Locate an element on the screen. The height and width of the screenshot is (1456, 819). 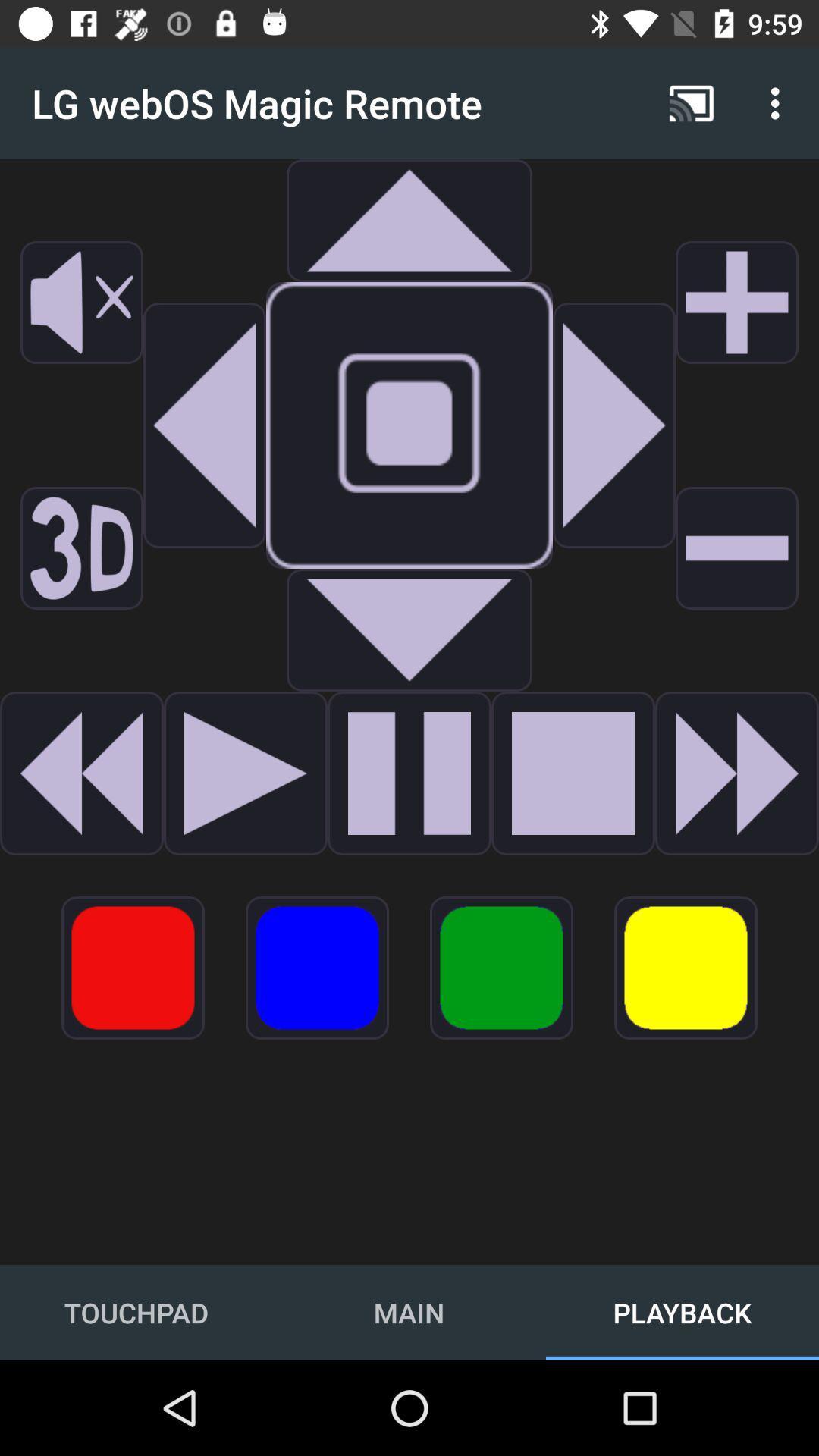
fast forward is located at coordinates (736, 773).